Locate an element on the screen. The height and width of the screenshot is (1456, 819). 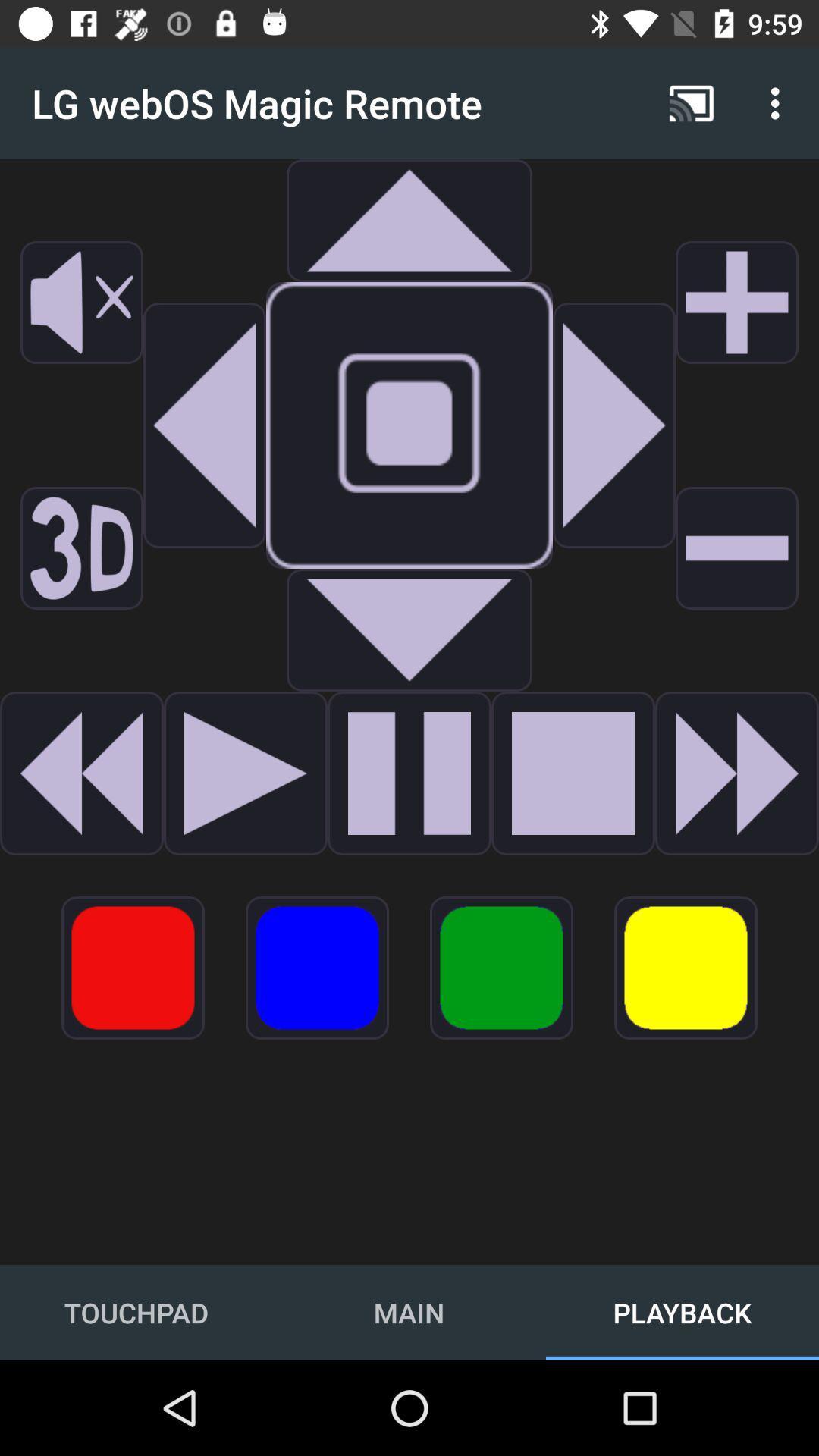
fast forward is located at coordinates (736, 773).